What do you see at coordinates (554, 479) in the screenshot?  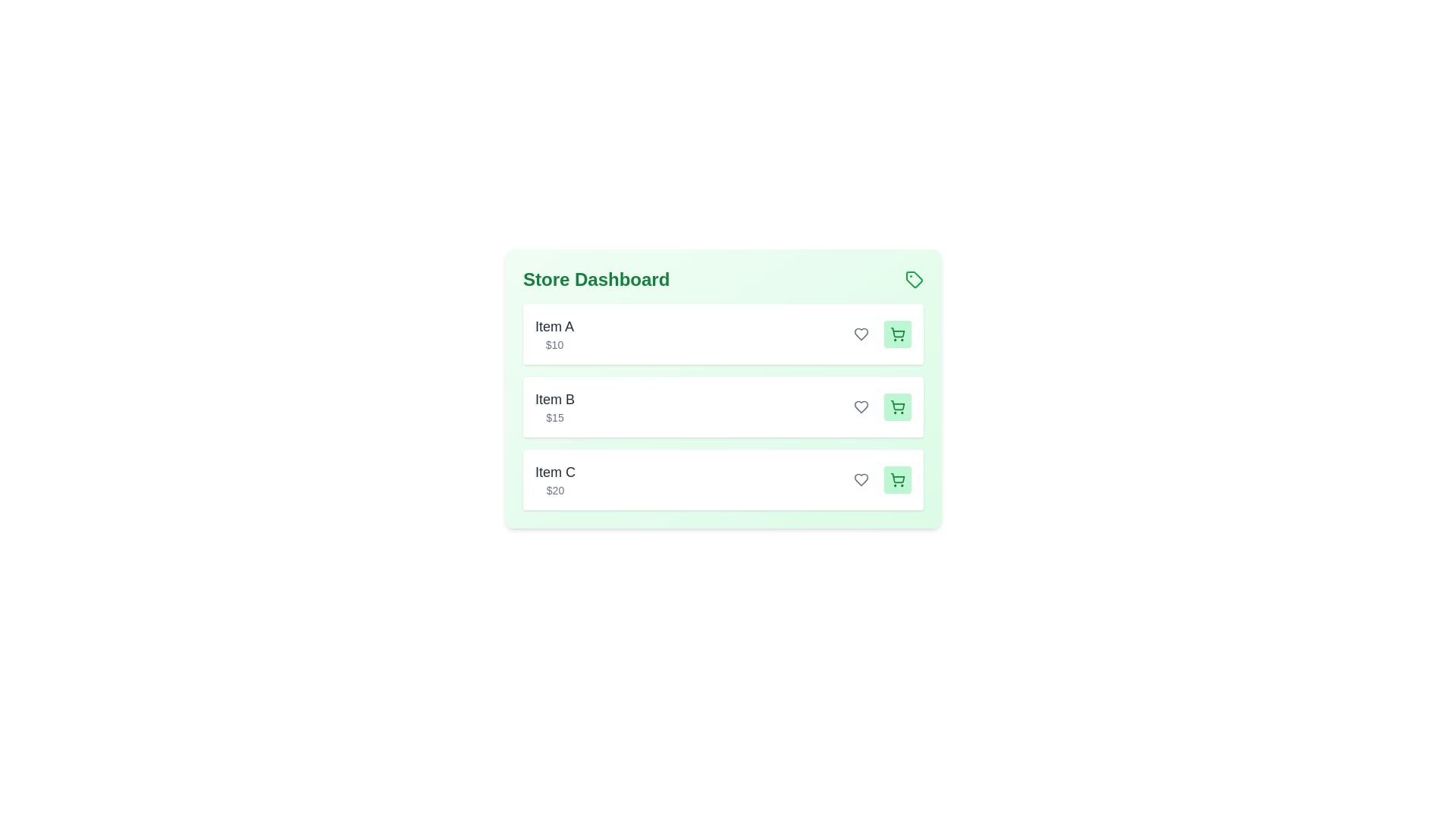 I see `the Text label displaying 'Item C' in larger, bold, black font, located in the third card under the 'Store Dashboard' heading` at bounding box center [554, 479].